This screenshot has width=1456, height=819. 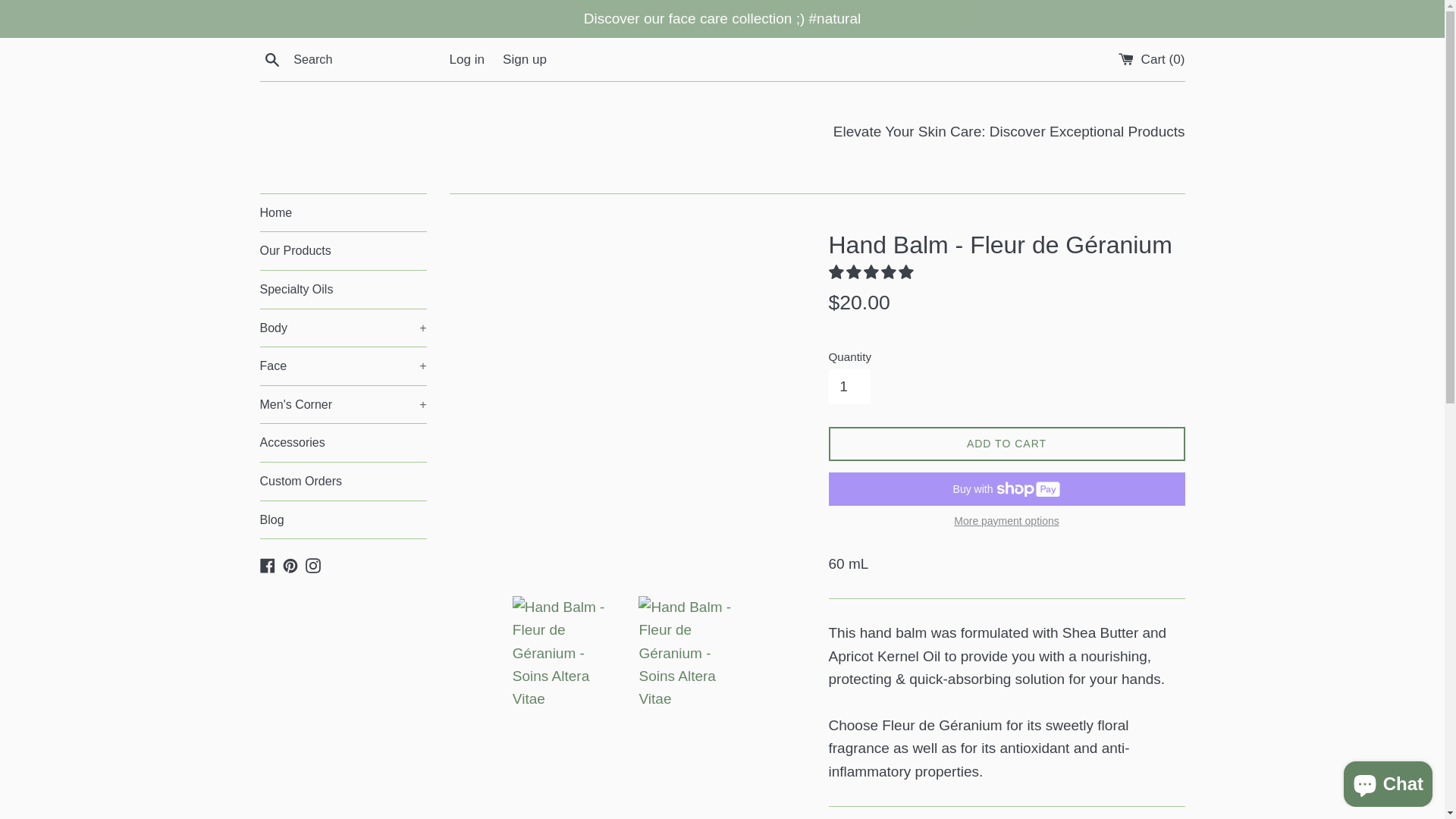 What do you see at coordinates (341, 442) in the screenshot?
I see `'Accessories'` at bounding box center [341, 442].